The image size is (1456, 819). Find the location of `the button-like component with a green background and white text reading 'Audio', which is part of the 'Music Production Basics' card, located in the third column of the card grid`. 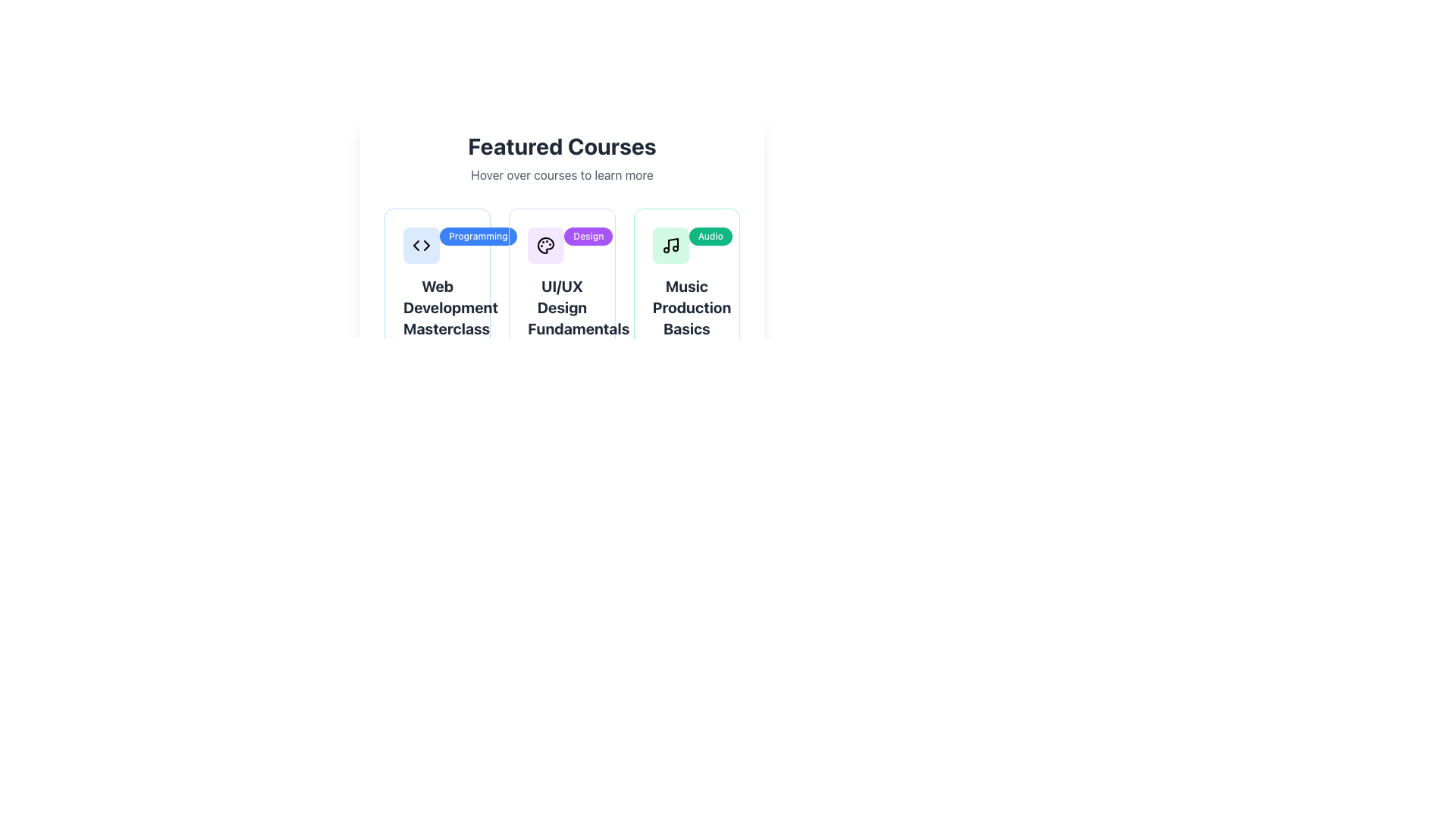

the button-like component with a green background and white text reading 'Audio', which is part of the 'Music Production Basics' card, located in the third column of the card grid is located at coordinates (710, 237).